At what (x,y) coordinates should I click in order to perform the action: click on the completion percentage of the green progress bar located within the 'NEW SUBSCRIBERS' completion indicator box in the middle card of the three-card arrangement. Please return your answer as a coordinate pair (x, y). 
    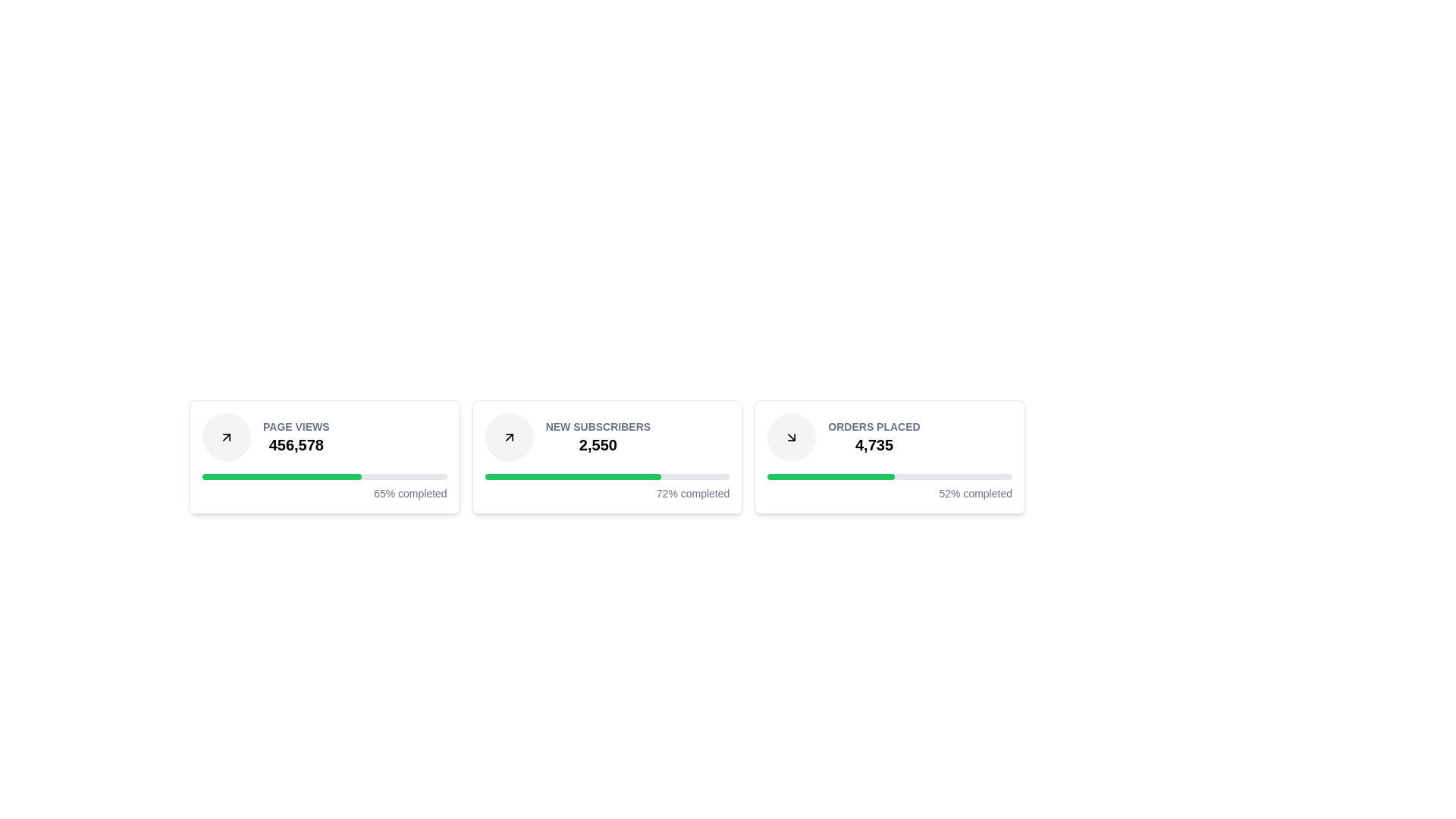
    Looking at the image, I should click on (572, 475).